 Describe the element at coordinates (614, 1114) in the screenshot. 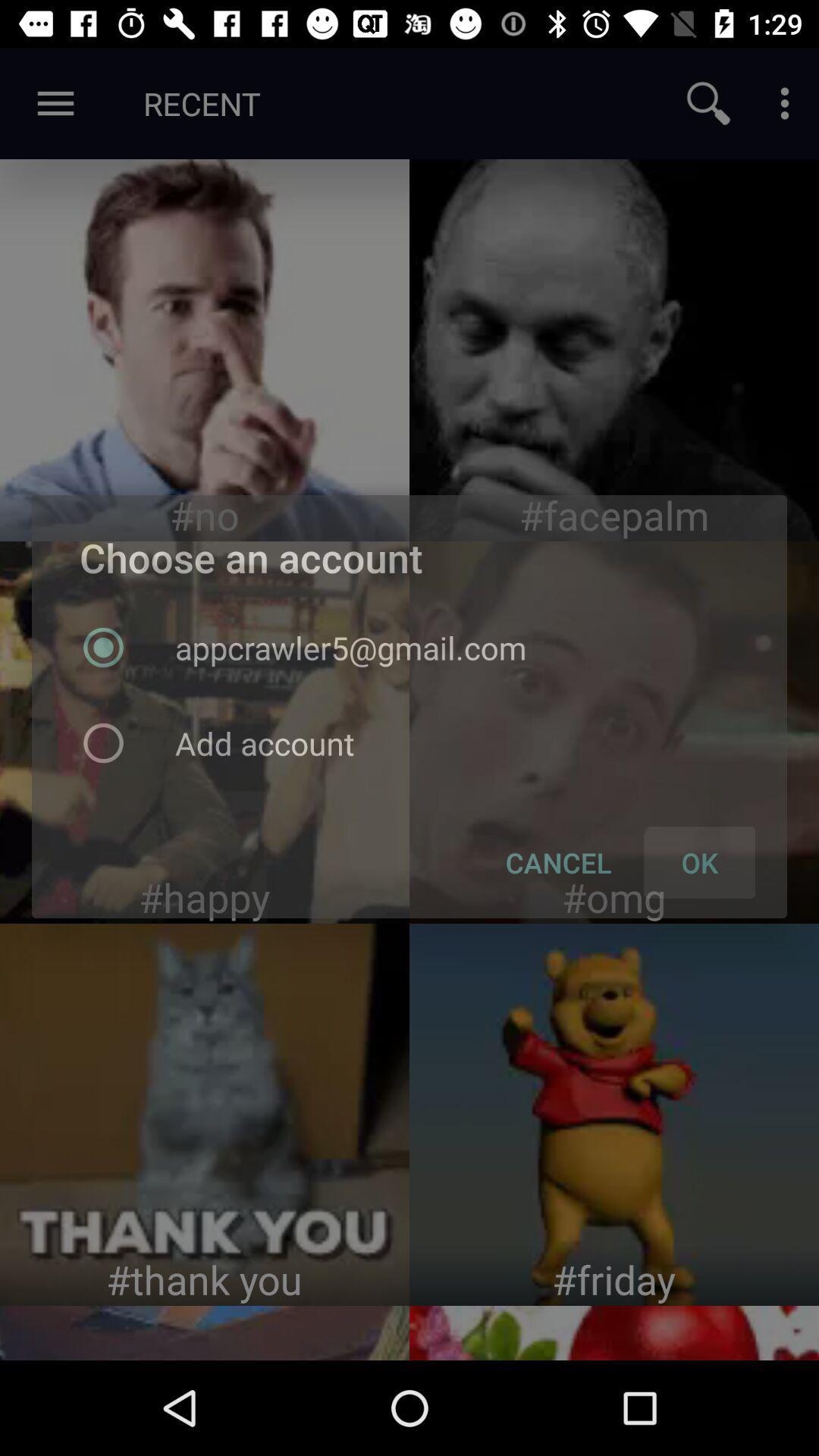

I see `to watch video` at that location.